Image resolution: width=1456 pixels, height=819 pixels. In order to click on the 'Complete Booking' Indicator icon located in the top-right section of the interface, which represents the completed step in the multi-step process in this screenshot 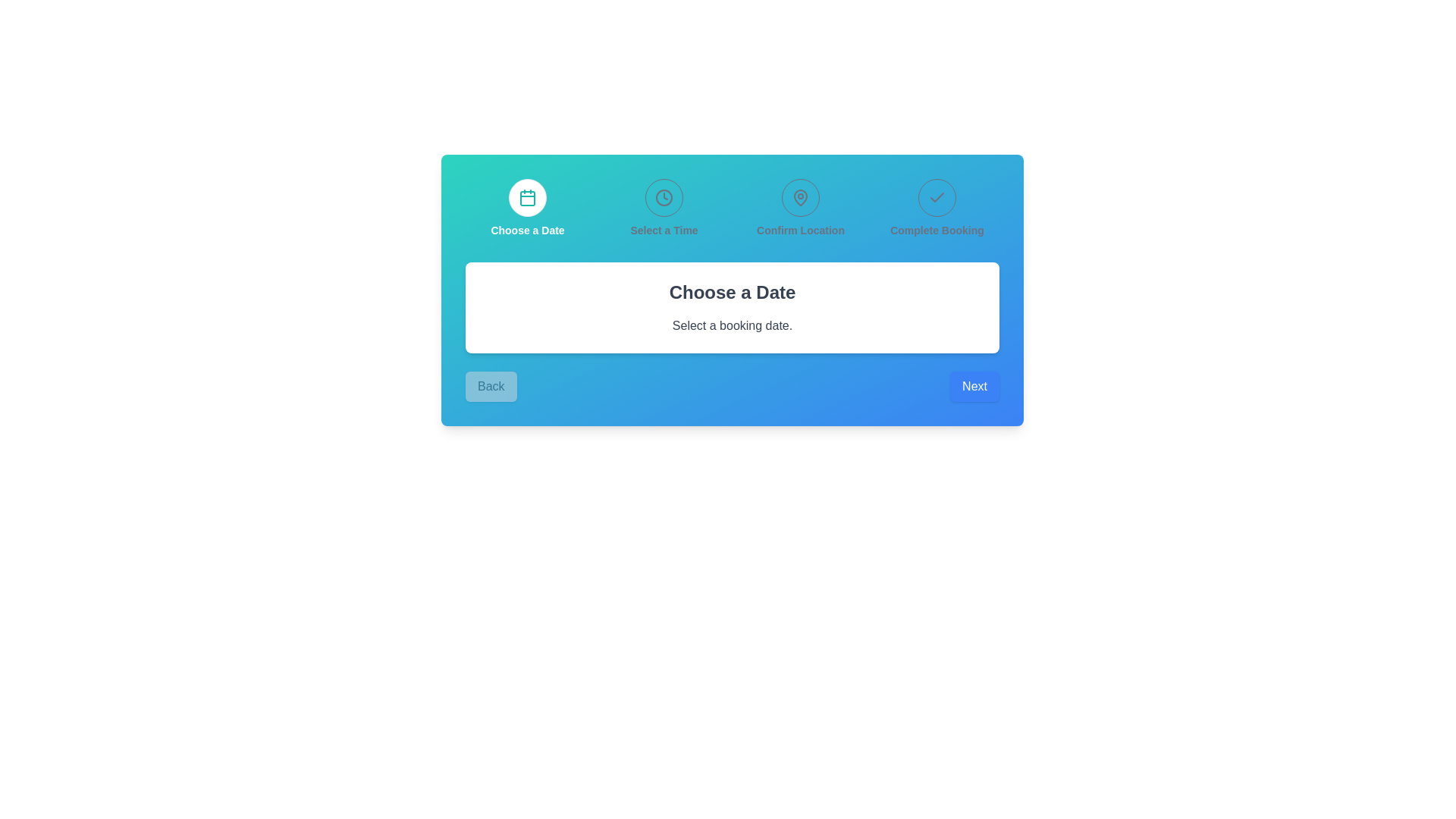, I will do `click(937, 197)`.